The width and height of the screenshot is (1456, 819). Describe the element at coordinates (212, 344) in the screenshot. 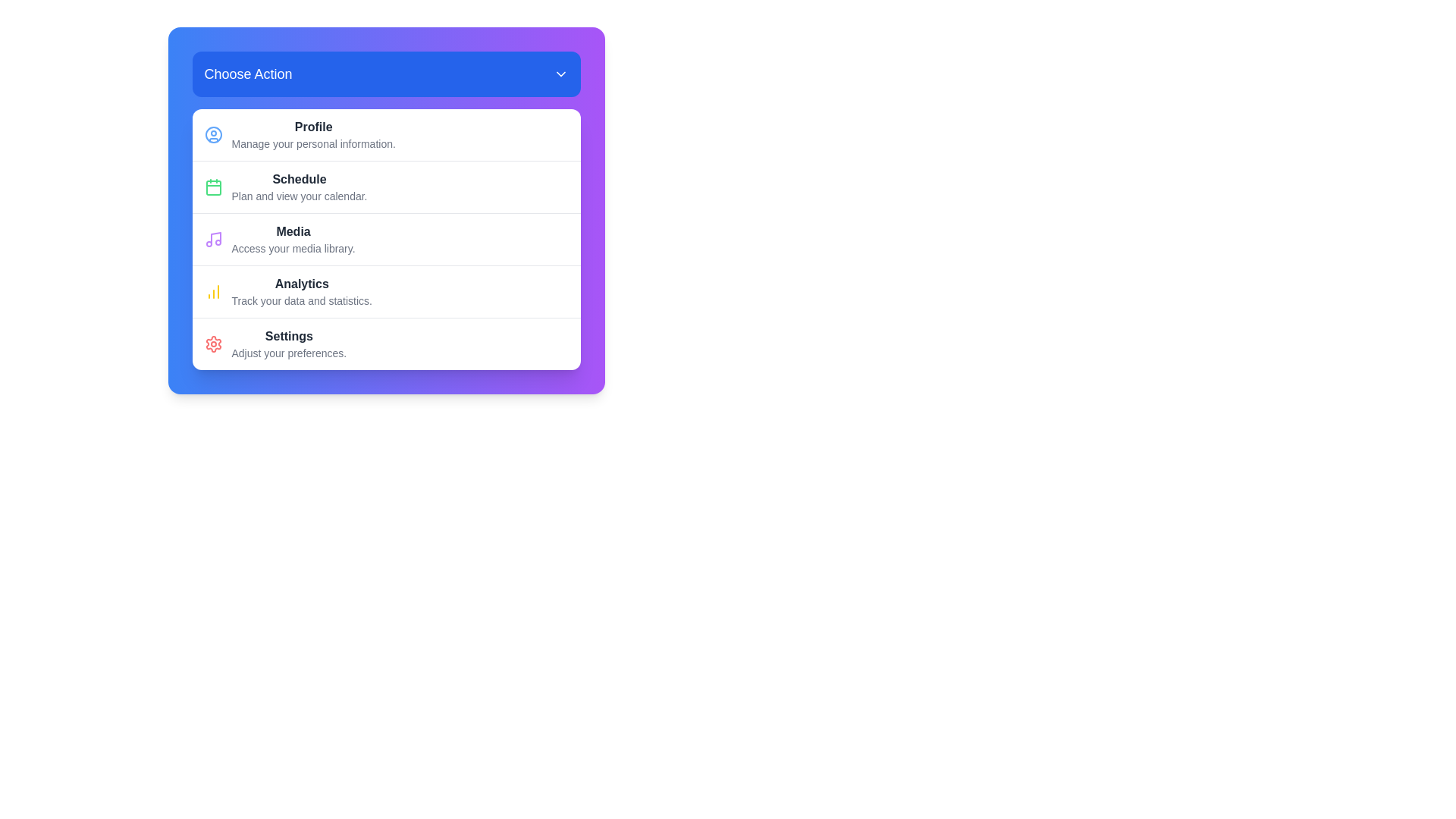

I see `the 'Settings' menu icon located at the bottommost item of the menu, to the left of the 'Settings' text` at that location.